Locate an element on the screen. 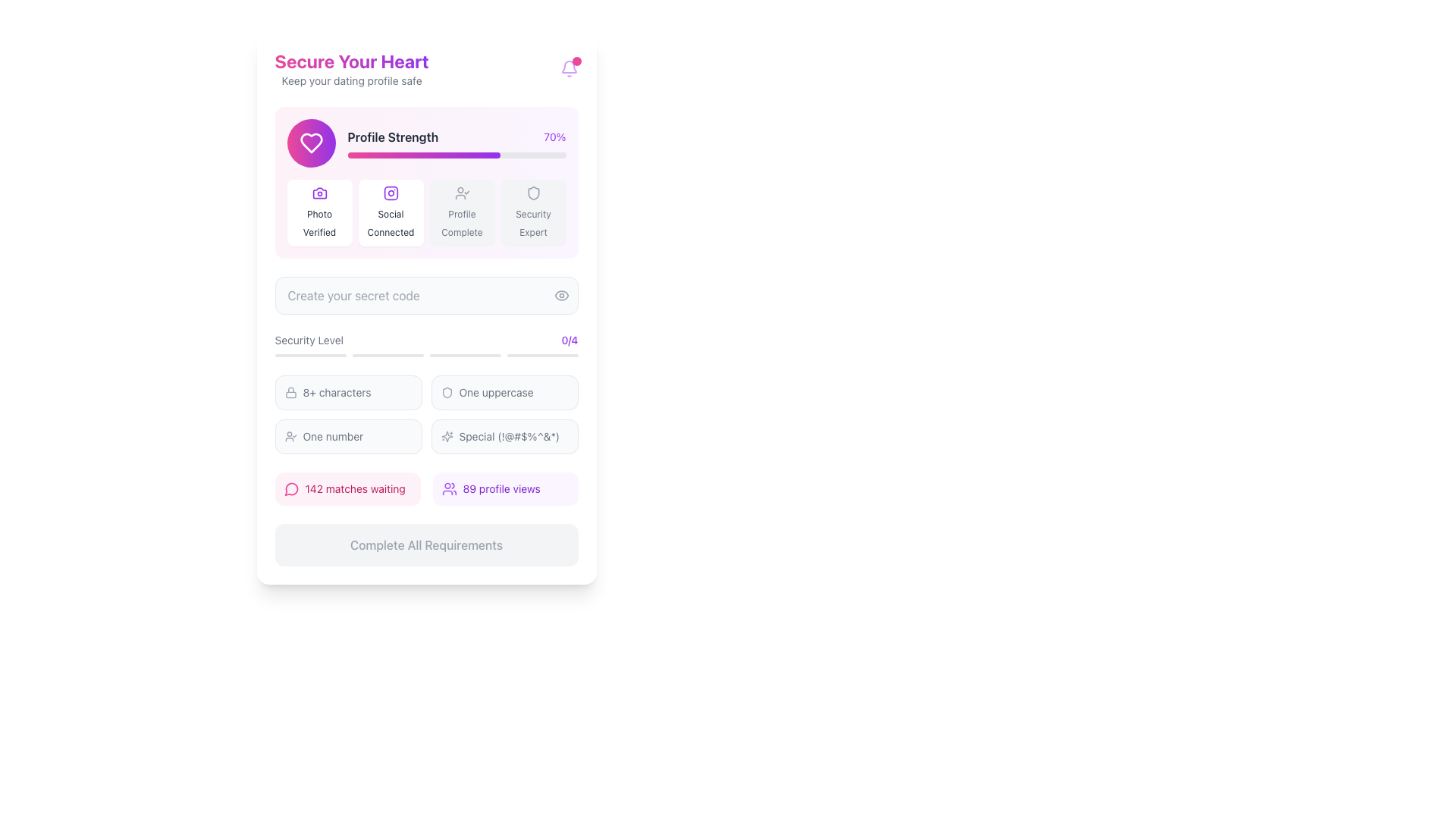 This screenshot has height=819, width=1456. the Informational indicator with a shield icon and text 'One uppercase' located in the top-right of the Security Level section is located at coordinates (504, 391).